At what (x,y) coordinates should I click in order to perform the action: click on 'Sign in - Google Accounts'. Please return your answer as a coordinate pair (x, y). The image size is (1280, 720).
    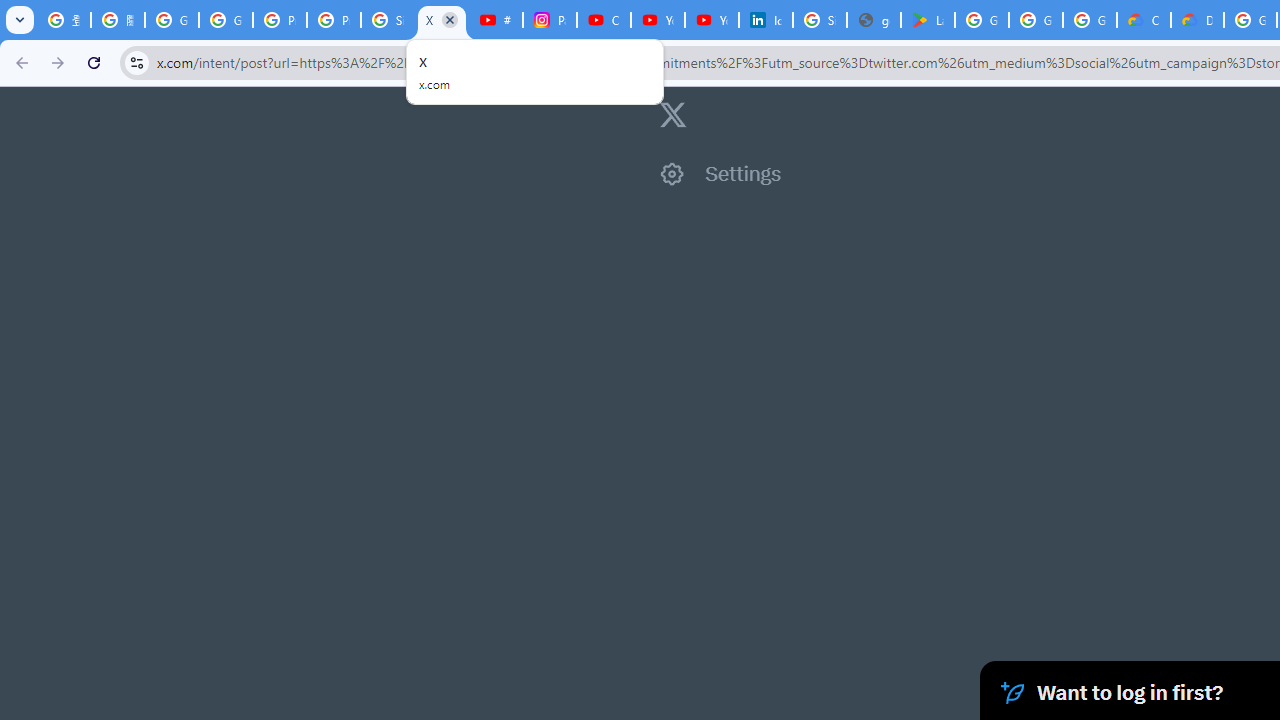
    Looking at the image, I should click on (387, 20).